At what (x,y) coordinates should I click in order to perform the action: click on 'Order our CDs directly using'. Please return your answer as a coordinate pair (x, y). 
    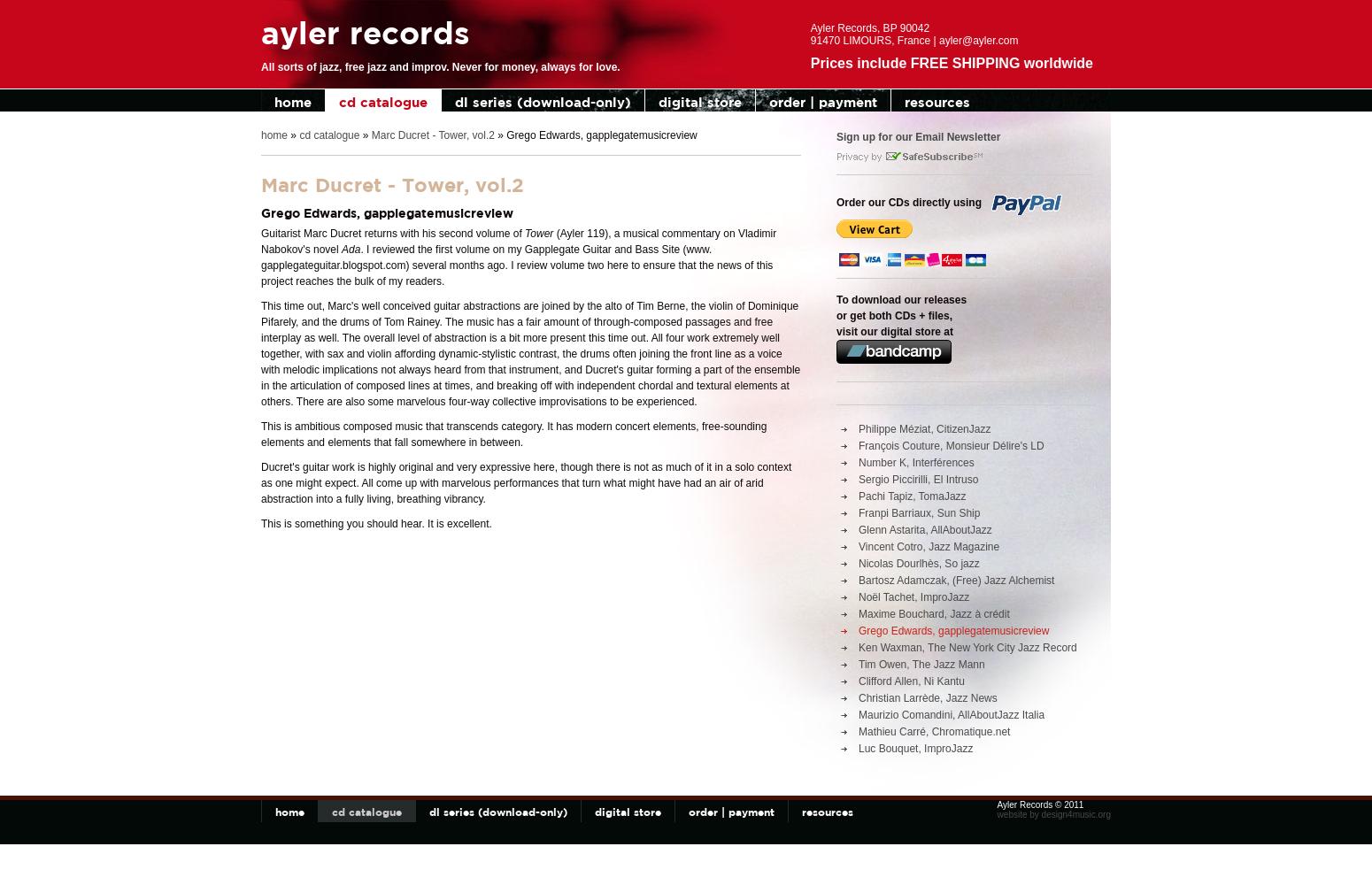
    Looking at the image, I should click on (909, 202).